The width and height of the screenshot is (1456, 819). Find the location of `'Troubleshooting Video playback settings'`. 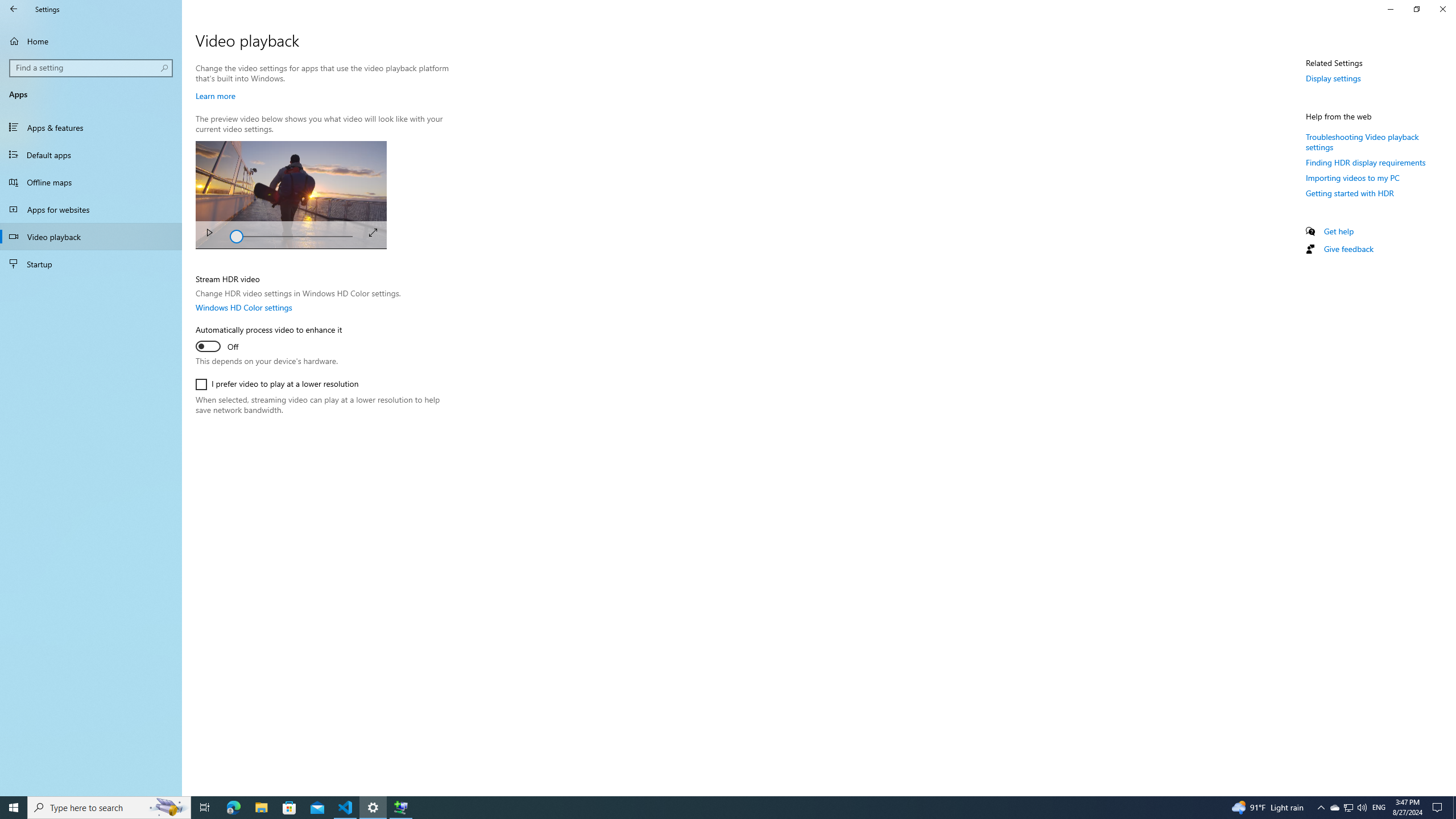

'Troubleshooting Video playback settings' is located at coordinates (1363, 141).